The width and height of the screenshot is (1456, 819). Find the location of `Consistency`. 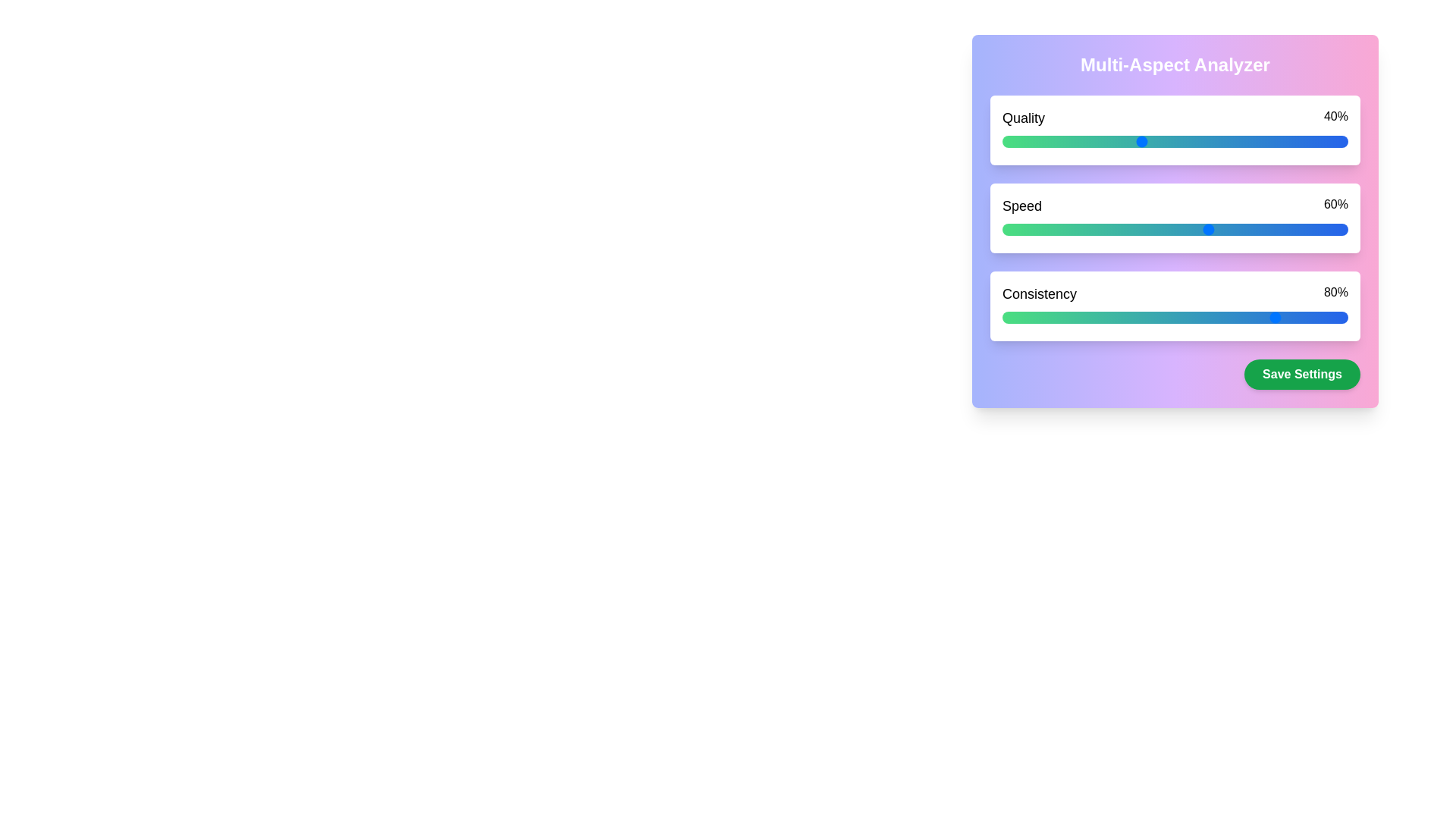

Consistency is located at coordinates (1258, 317).